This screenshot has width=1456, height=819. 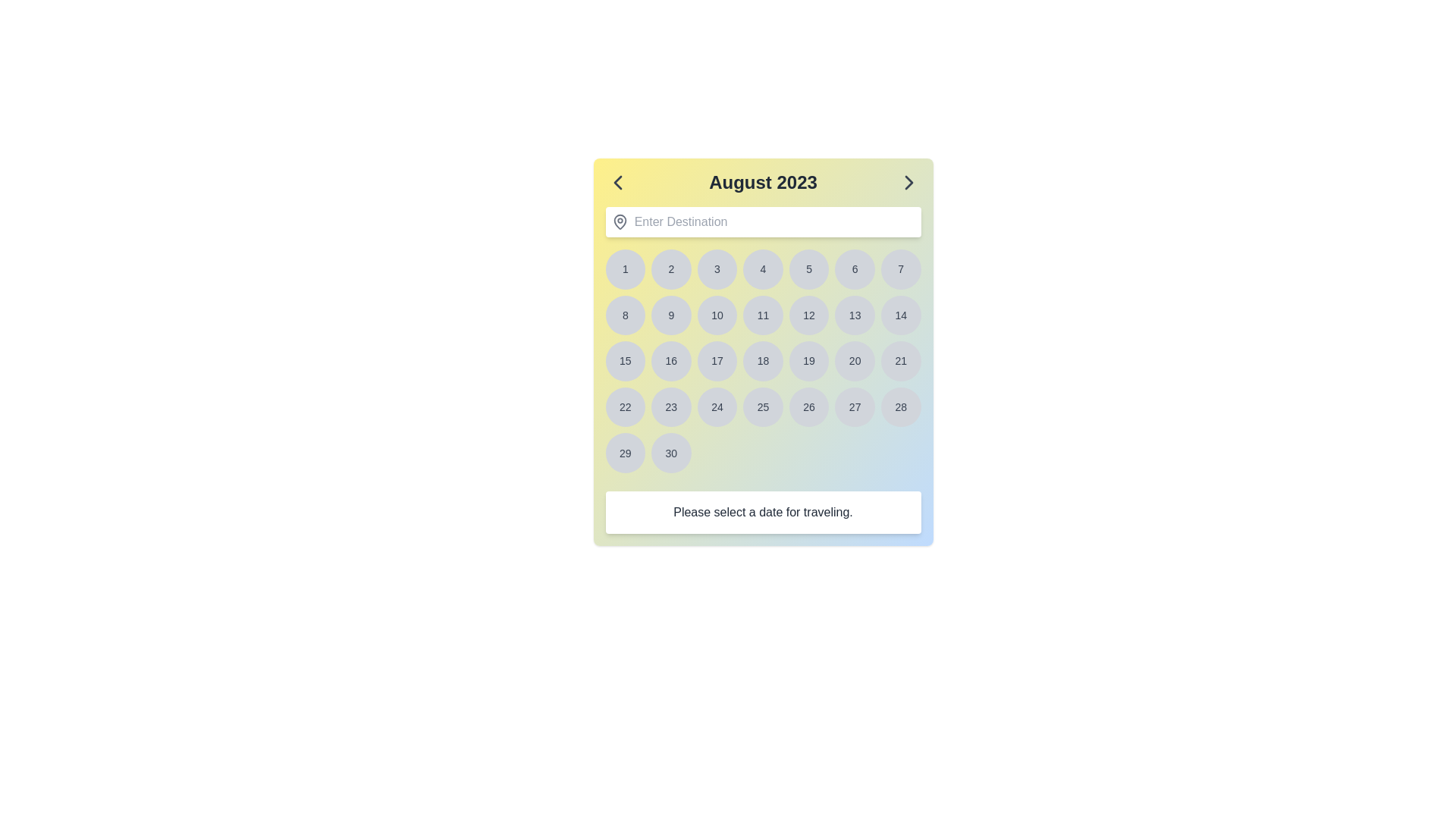 I want to click on the chevron icon, which is a small right-pointing arrow located at the top-right corner of the interface, so click(x=908, y=181).